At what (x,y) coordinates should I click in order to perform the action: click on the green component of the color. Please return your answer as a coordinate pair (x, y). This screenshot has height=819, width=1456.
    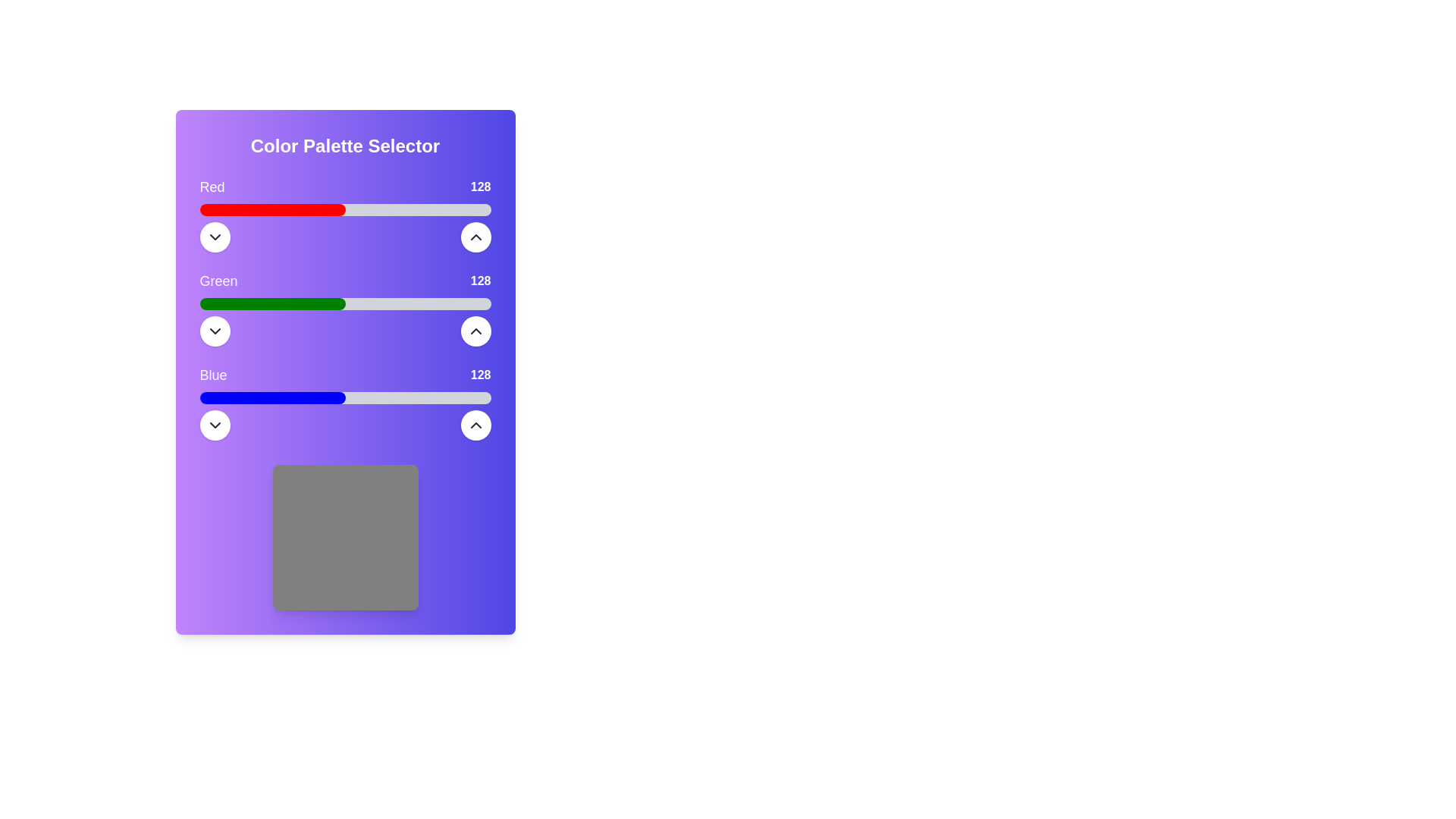
    Looking at the image, I should click on (281, 304).